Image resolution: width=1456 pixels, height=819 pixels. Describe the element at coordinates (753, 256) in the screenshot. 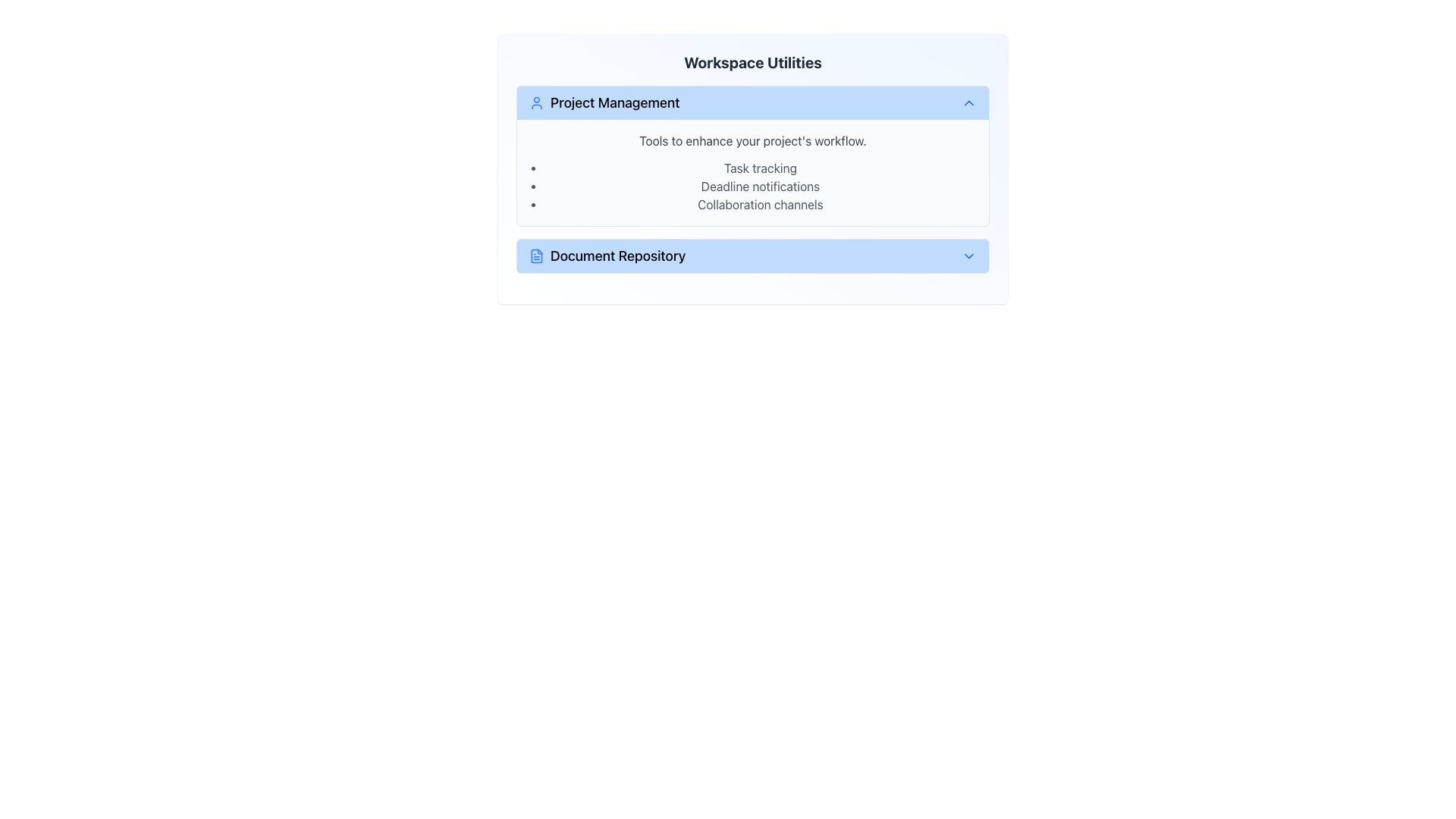

I see `the 'Document Repository' button with a blue background, which is located near the bottom of the 'Workspace Utilities' section, to change its background color` at that location.